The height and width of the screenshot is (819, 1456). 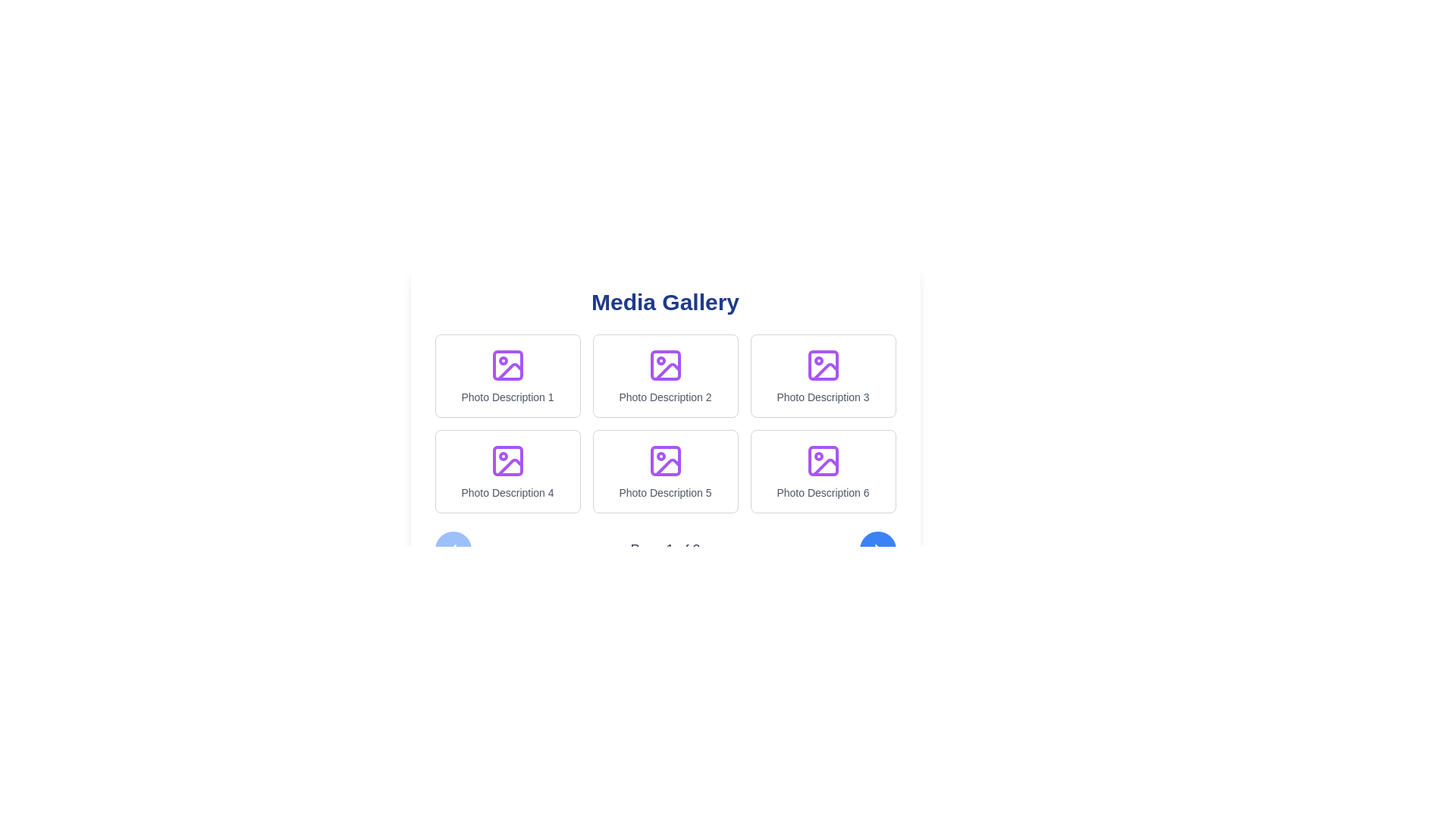 I want to click on the arrow-shaped chevron icon located at the bottom-right corner of the interface, which is styled with a thin outline and part of an SVG graphic, so click(x=877, y=550).